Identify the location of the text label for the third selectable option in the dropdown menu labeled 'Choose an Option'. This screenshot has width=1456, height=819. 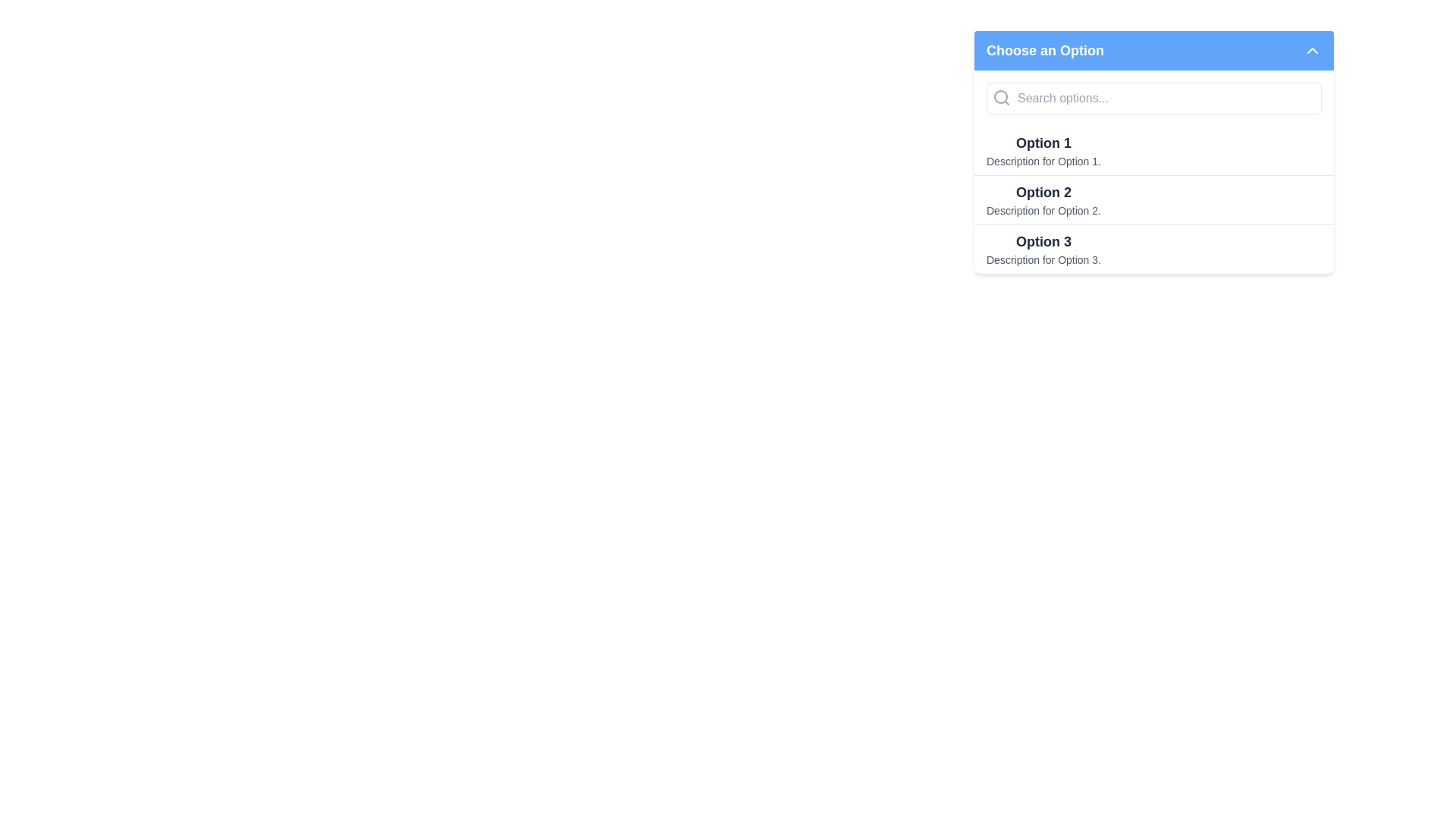
(1043, 241).